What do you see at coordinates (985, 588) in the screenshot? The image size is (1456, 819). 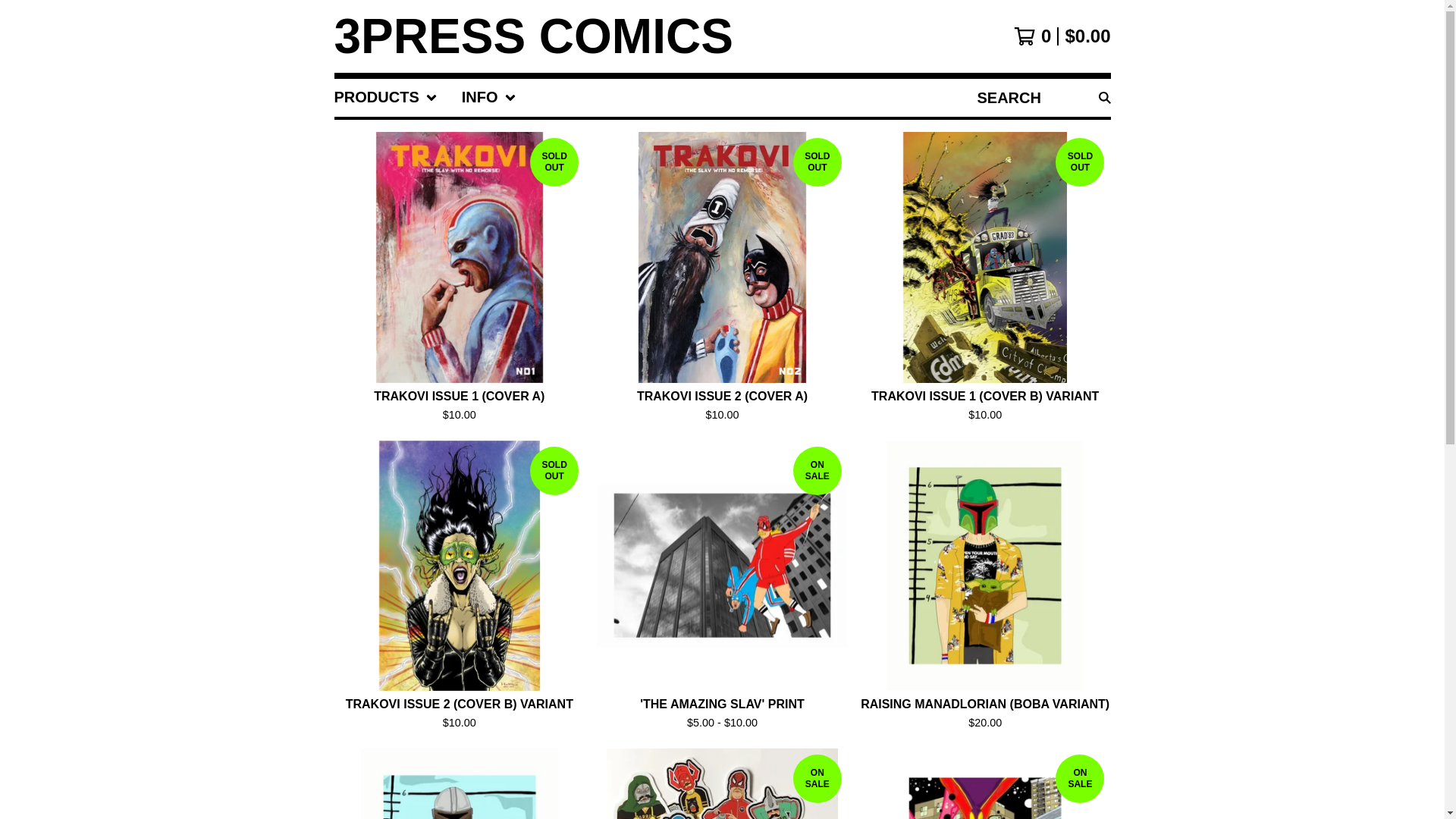 I see `'RAISING MANADLORIAN (BOBA VARIANT)` at bounding box center [985, 588].